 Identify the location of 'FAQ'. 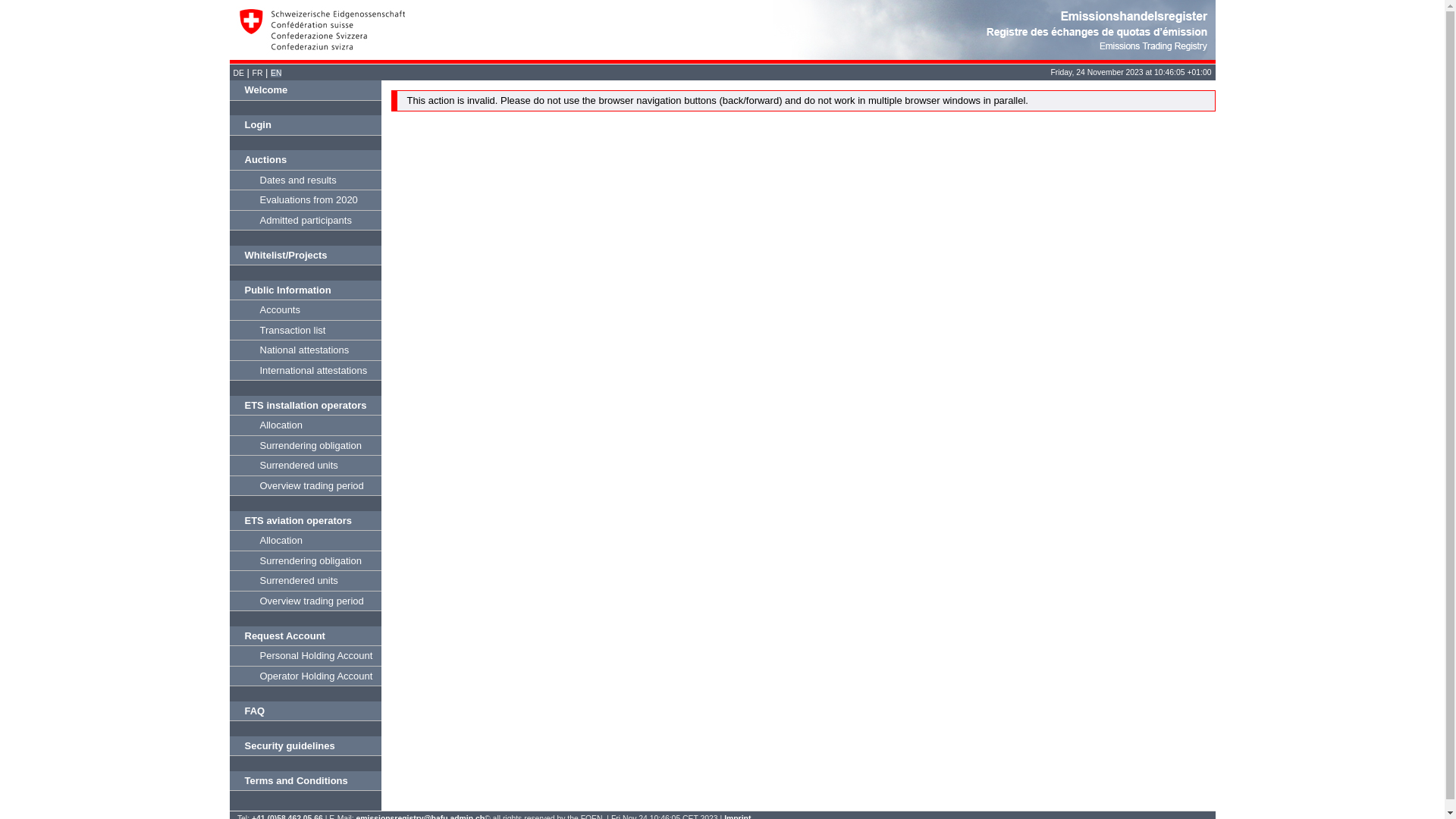
(228, 711).